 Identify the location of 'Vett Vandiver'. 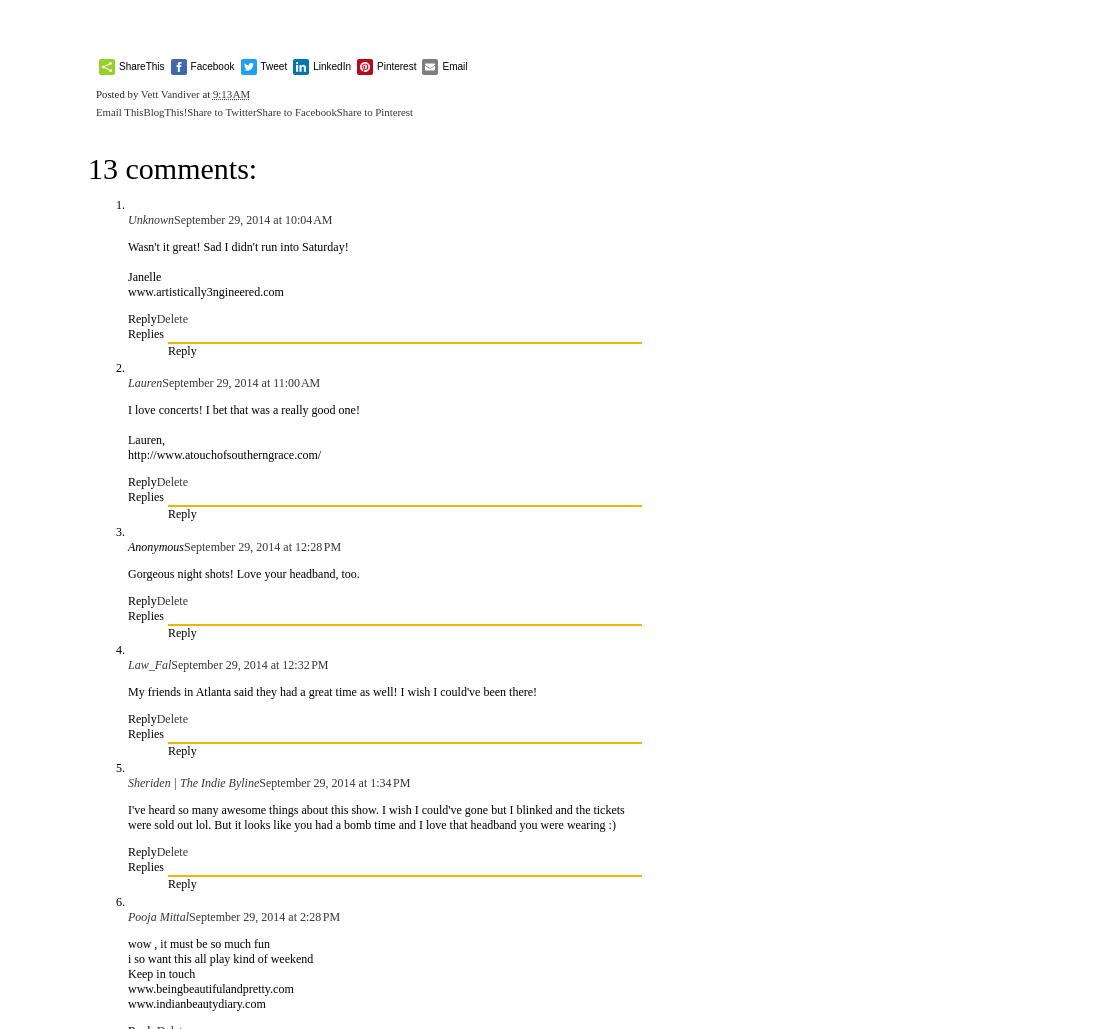
(170, 93).